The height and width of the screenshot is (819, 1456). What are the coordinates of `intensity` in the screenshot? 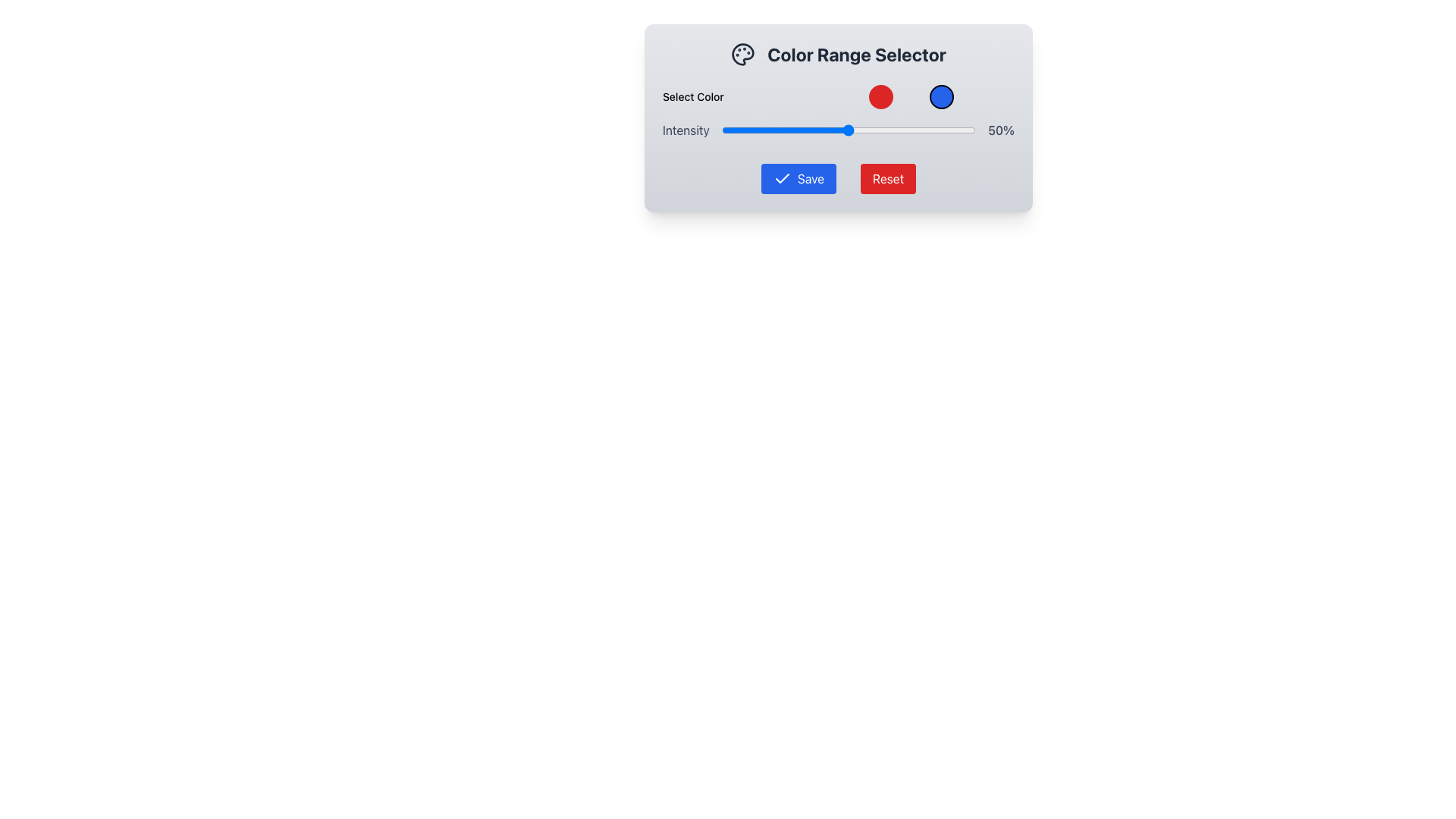 It's located at (932, 130).